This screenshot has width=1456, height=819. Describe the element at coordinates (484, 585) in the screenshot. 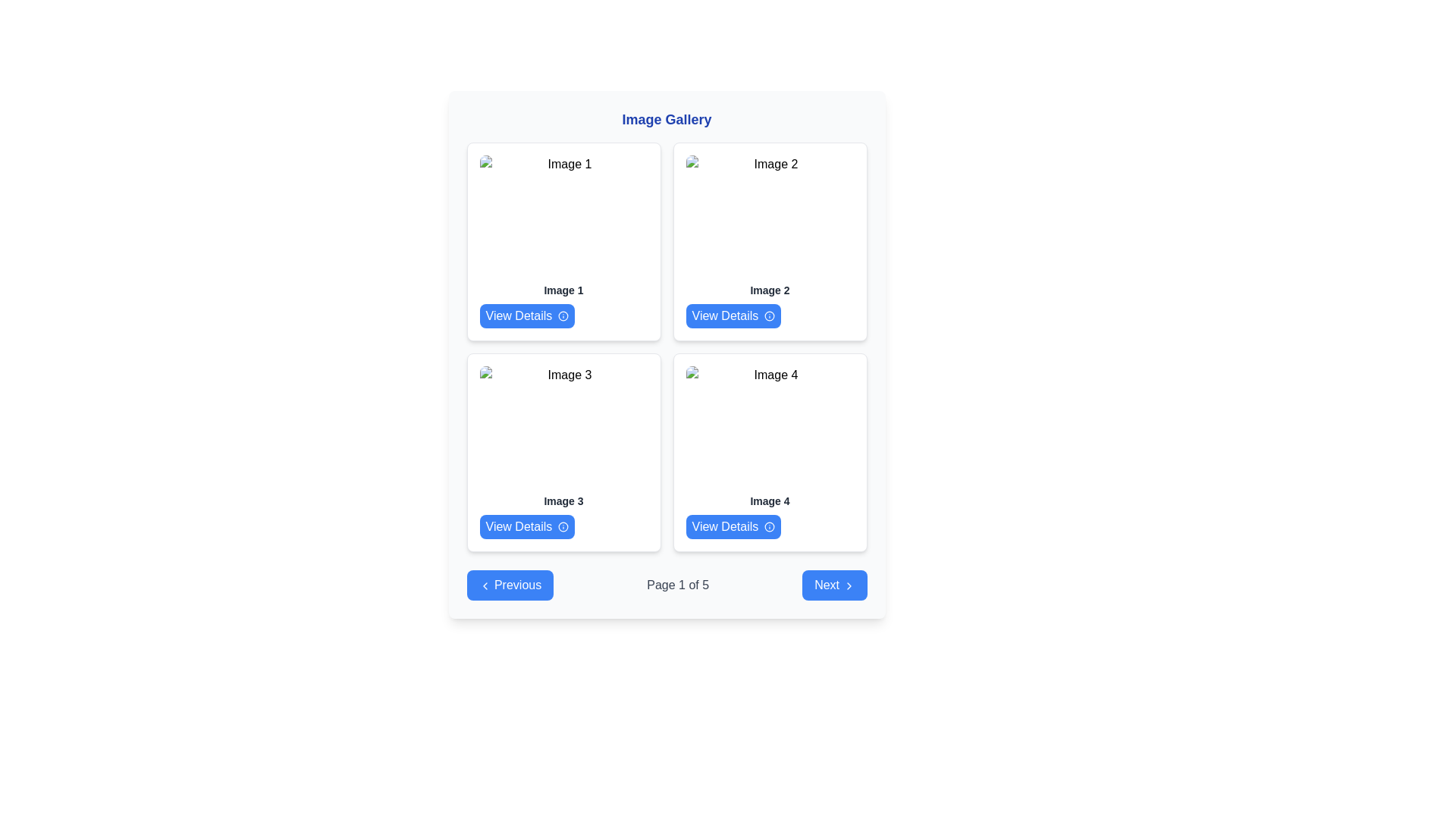

I see `the leftwards-pointing chevron icon within the 'Previous' button located at the bottom left of the interface for a potential context menu` at that location.